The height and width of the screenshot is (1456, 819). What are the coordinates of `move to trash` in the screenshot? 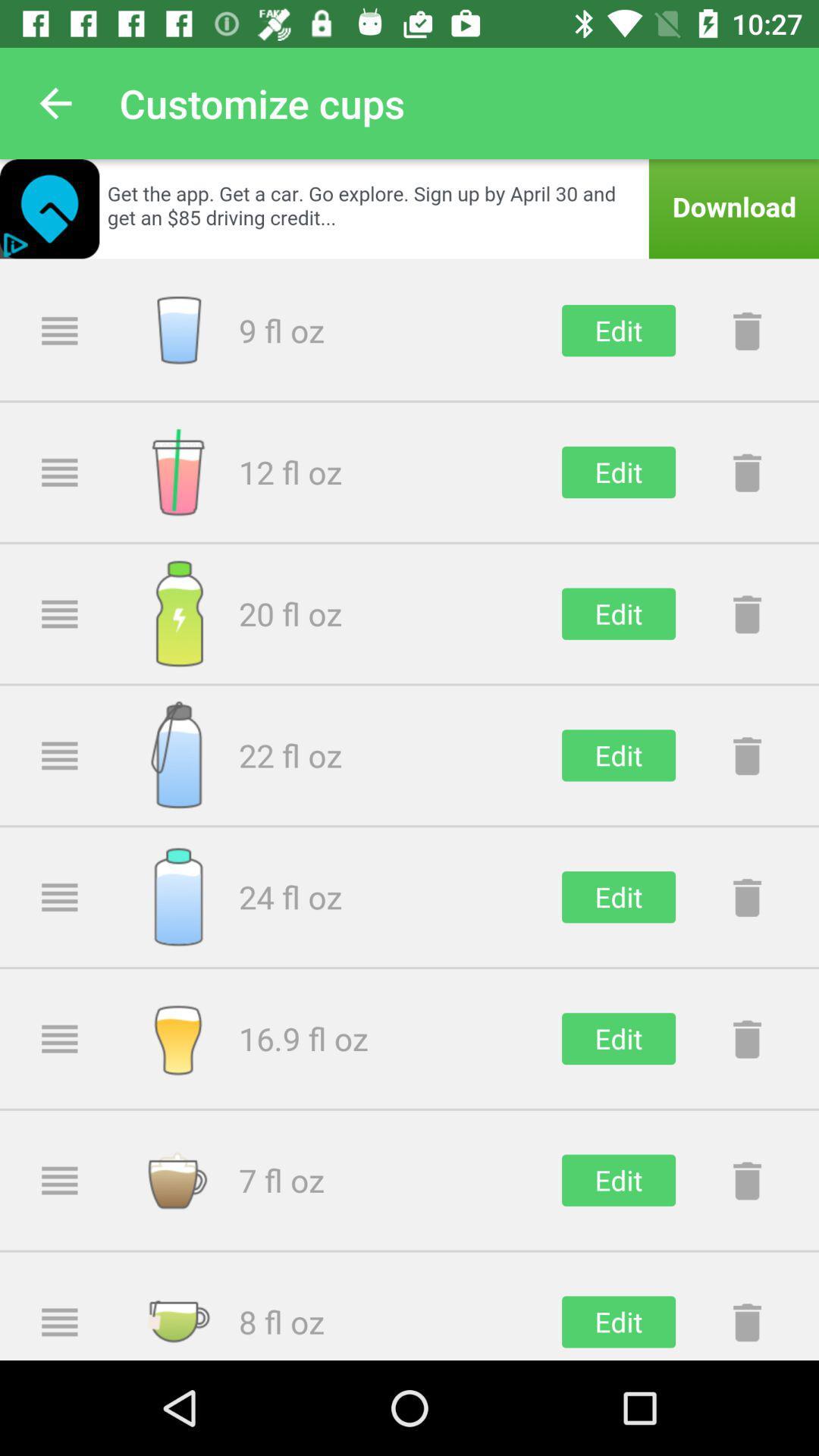 It's located at (746, 1321).